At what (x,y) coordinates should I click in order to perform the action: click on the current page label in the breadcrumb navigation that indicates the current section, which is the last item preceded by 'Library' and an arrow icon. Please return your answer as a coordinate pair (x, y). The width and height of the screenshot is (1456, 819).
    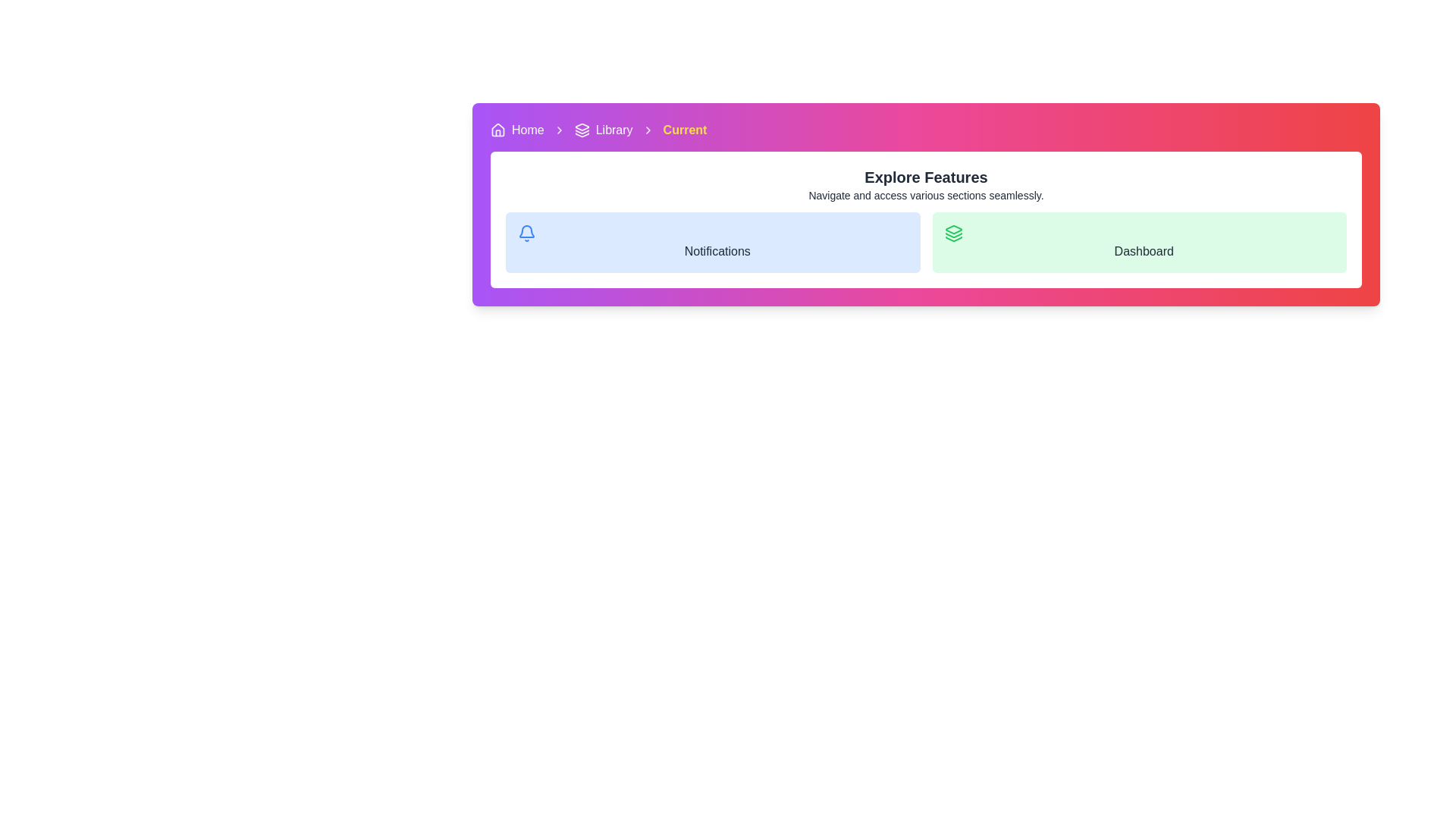
    Looking at the image, I should click on (684, 130).